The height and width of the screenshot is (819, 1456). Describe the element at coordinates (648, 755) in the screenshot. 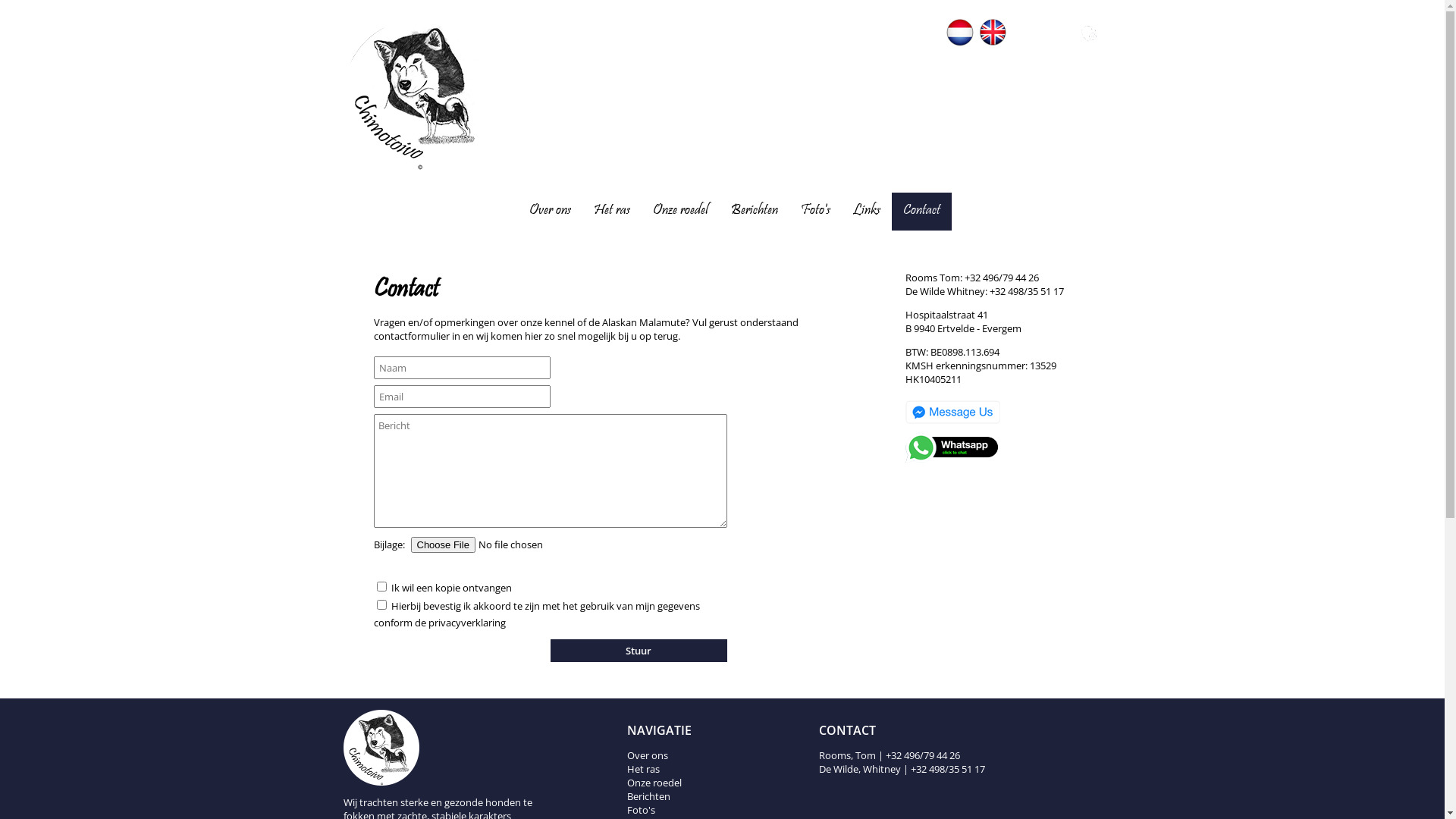

I see `'Over ons'` at that location.